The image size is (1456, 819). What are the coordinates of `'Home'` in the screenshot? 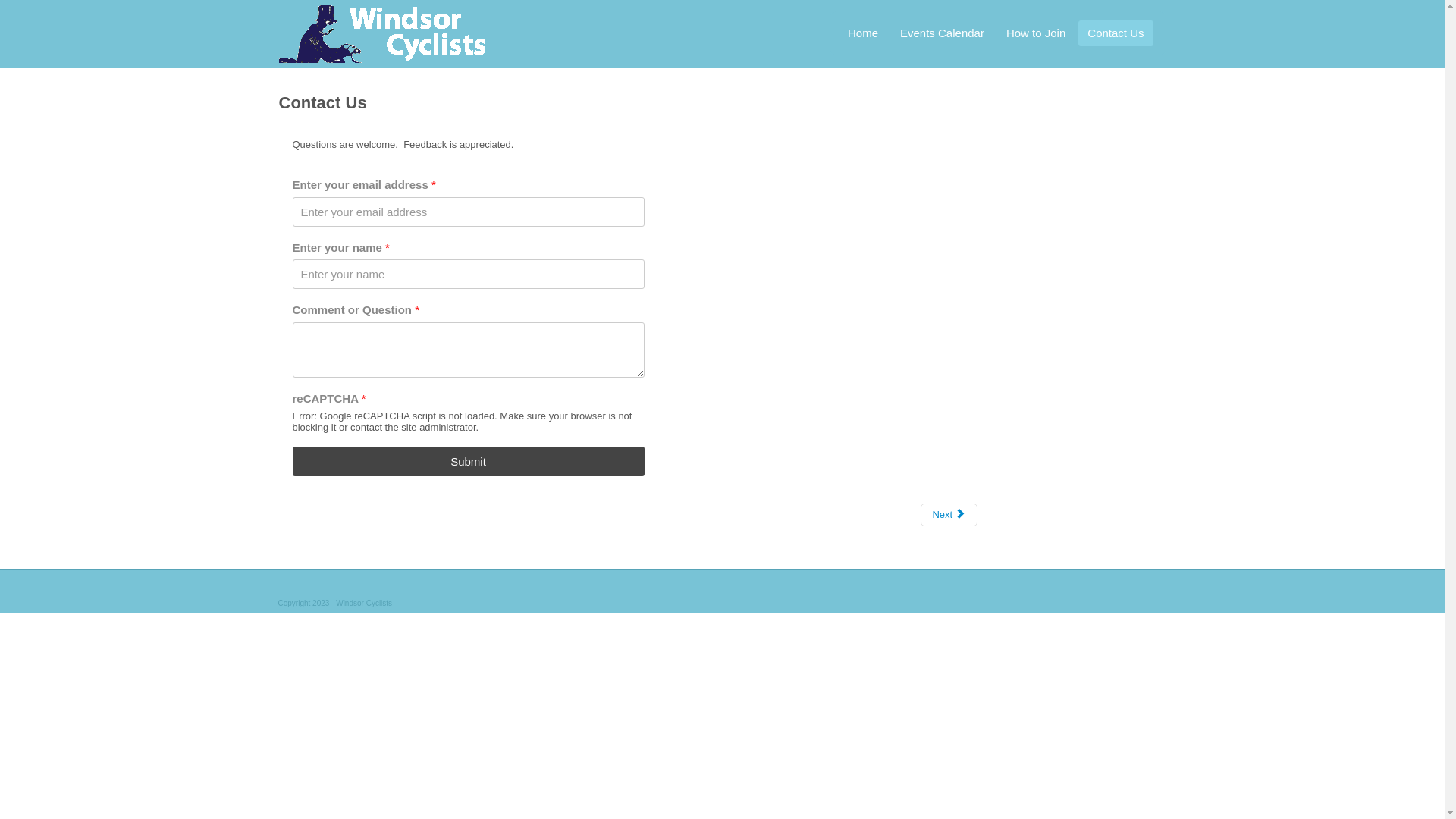 It's located at (862, 33).